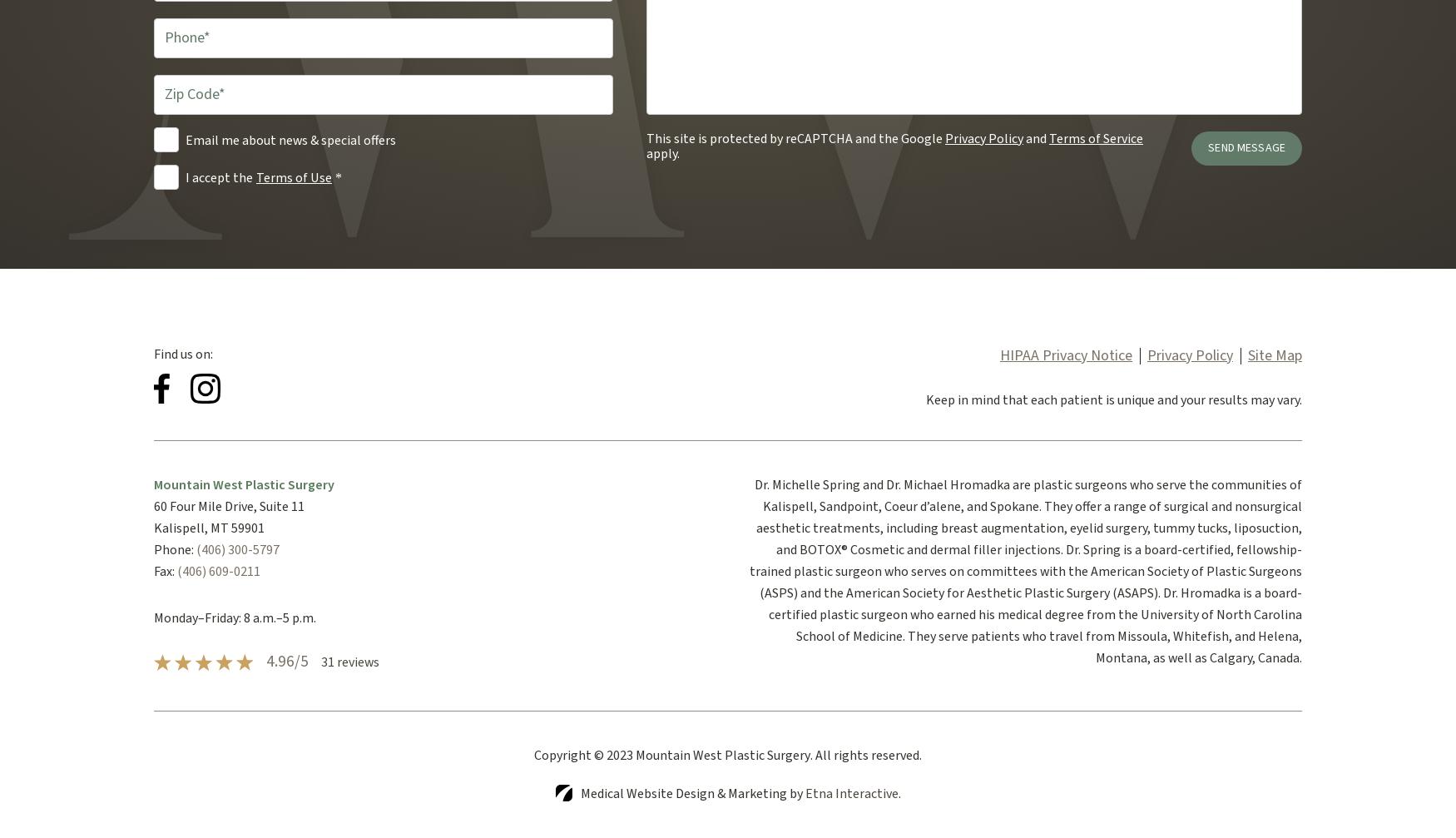  What do you see at coordinates (1096, 137) in the screenshot?
I see `'Terms of Service'` at bounding box center [1096, 137].